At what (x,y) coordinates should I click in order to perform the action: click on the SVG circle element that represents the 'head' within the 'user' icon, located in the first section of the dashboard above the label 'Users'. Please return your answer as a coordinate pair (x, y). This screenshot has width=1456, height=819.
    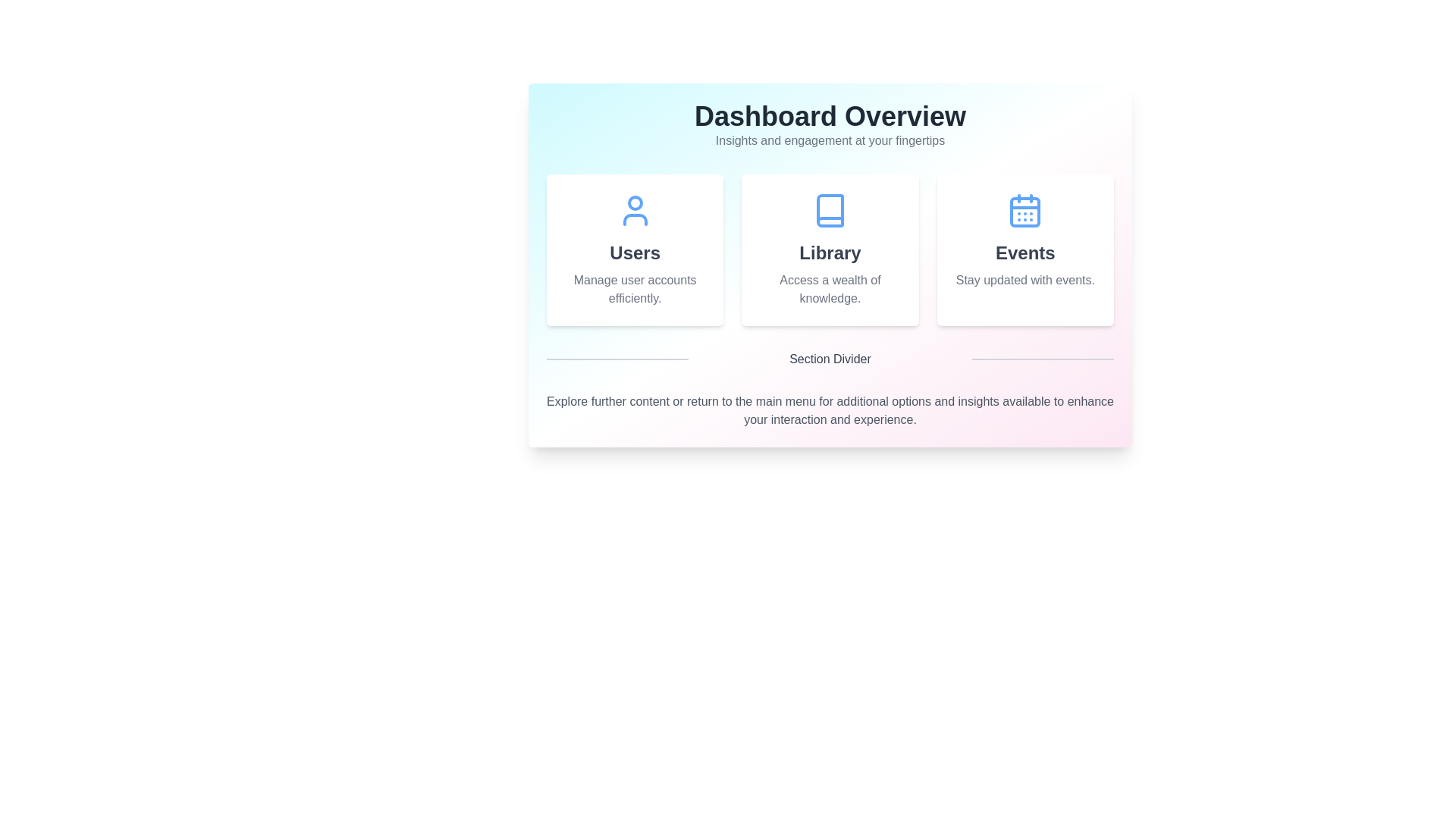
    Looking at the image, I should click on (635, 202).